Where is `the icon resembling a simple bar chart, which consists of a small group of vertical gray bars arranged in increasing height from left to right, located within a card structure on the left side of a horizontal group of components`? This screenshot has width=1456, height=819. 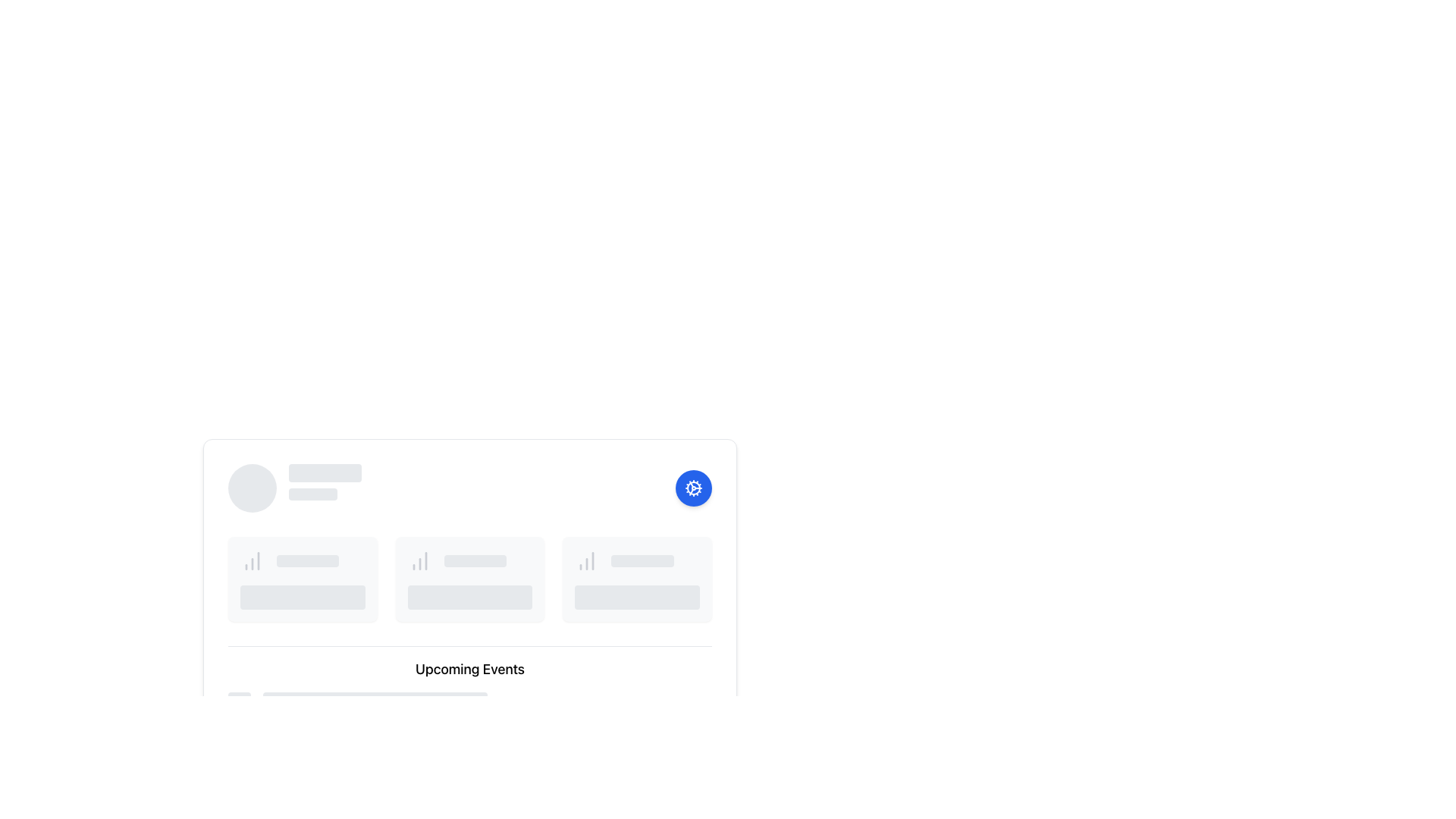
the icon resembling a simple bar chart, which consists of a small group of vertical gray bars arranged in increasing height from left to right, located within a card structure on the left side of a horizontal group of components is located at coordinates (419, 561).